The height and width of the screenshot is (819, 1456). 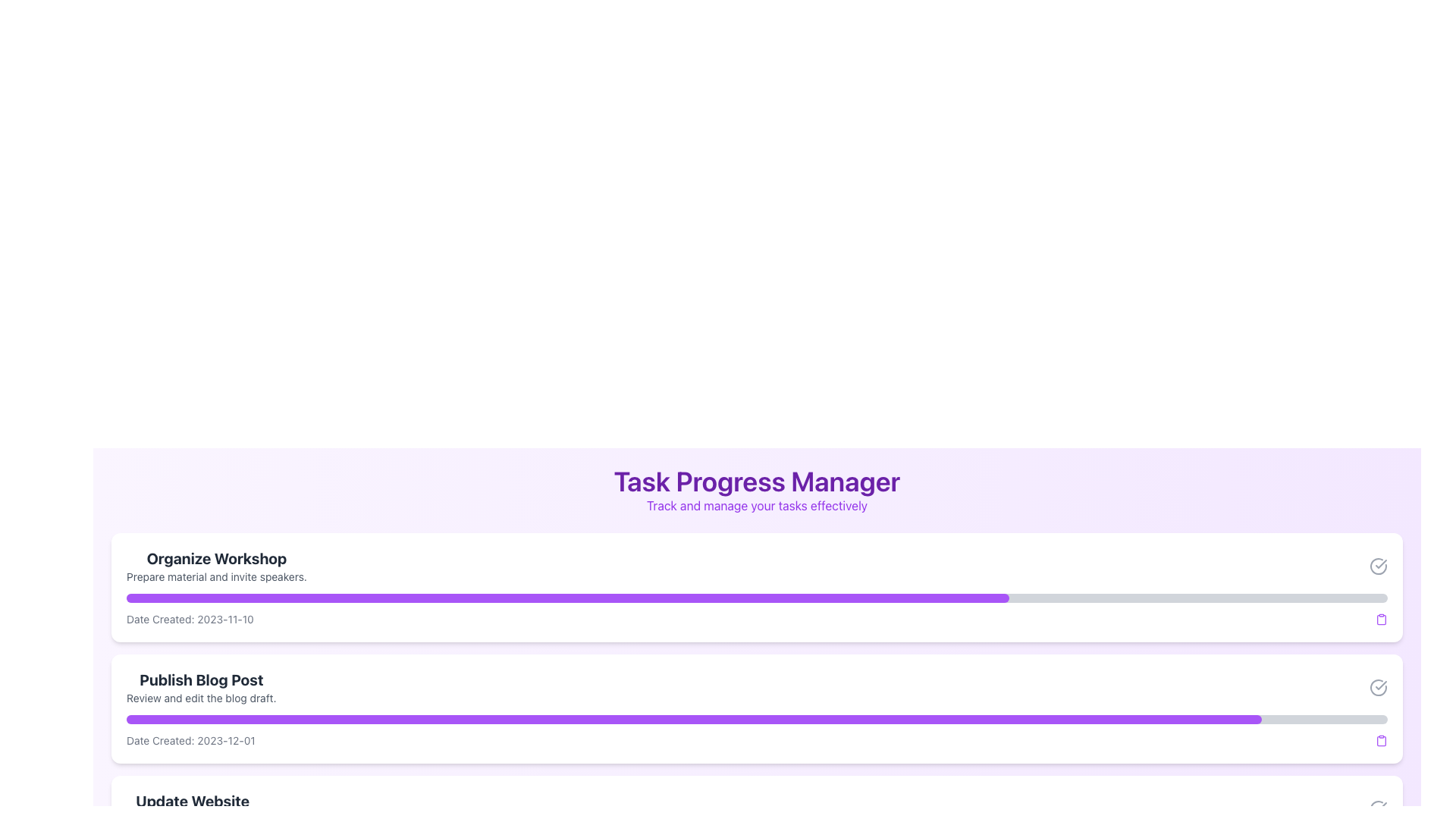 I want to click on the purple clipboard icon located at the bottom right corner of the 'Publish Blog Post' task card, so click(x=1382, y=739).